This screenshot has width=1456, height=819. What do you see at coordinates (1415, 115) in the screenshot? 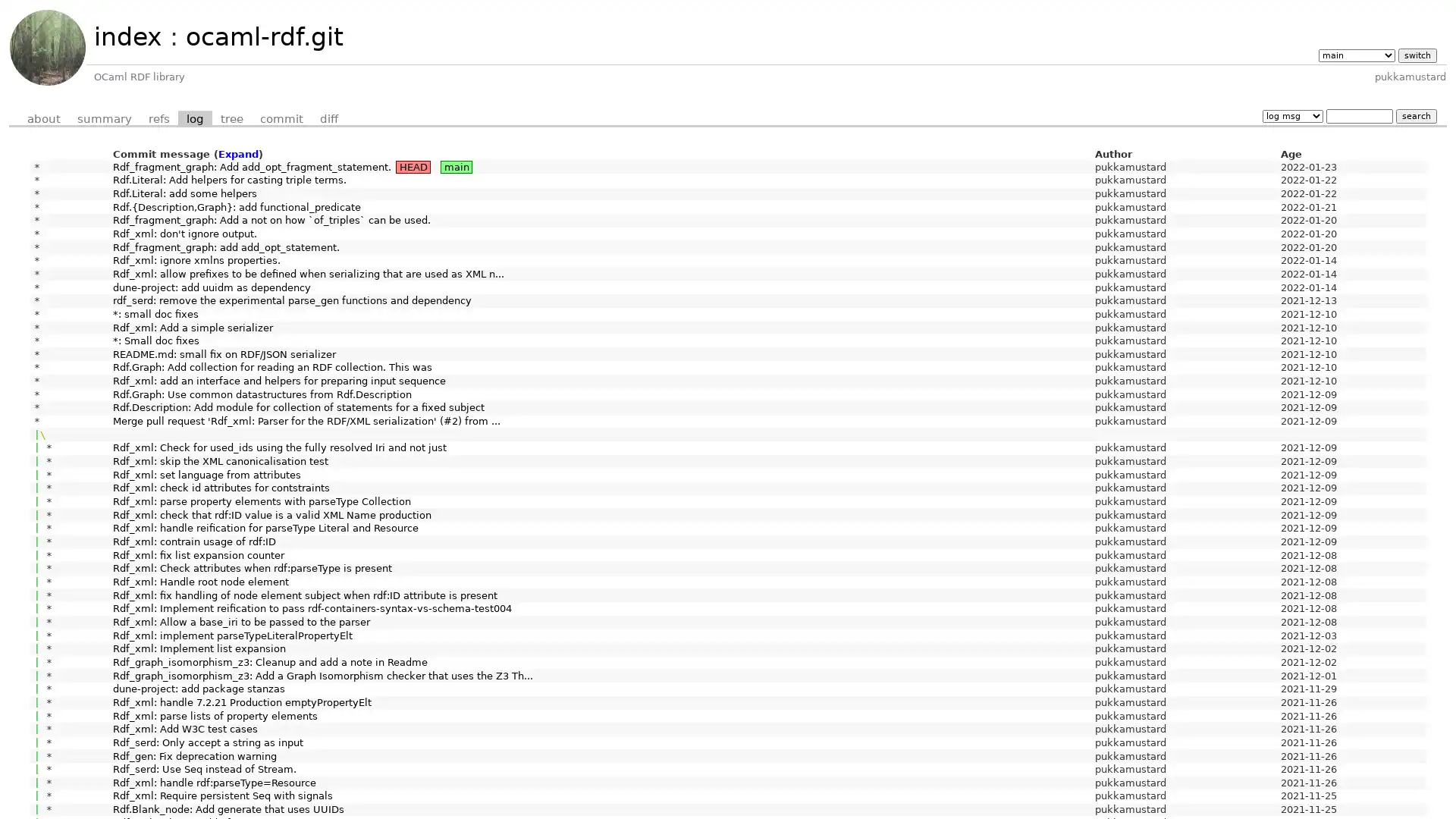
I see `search` at bounding box center [1415, 115].